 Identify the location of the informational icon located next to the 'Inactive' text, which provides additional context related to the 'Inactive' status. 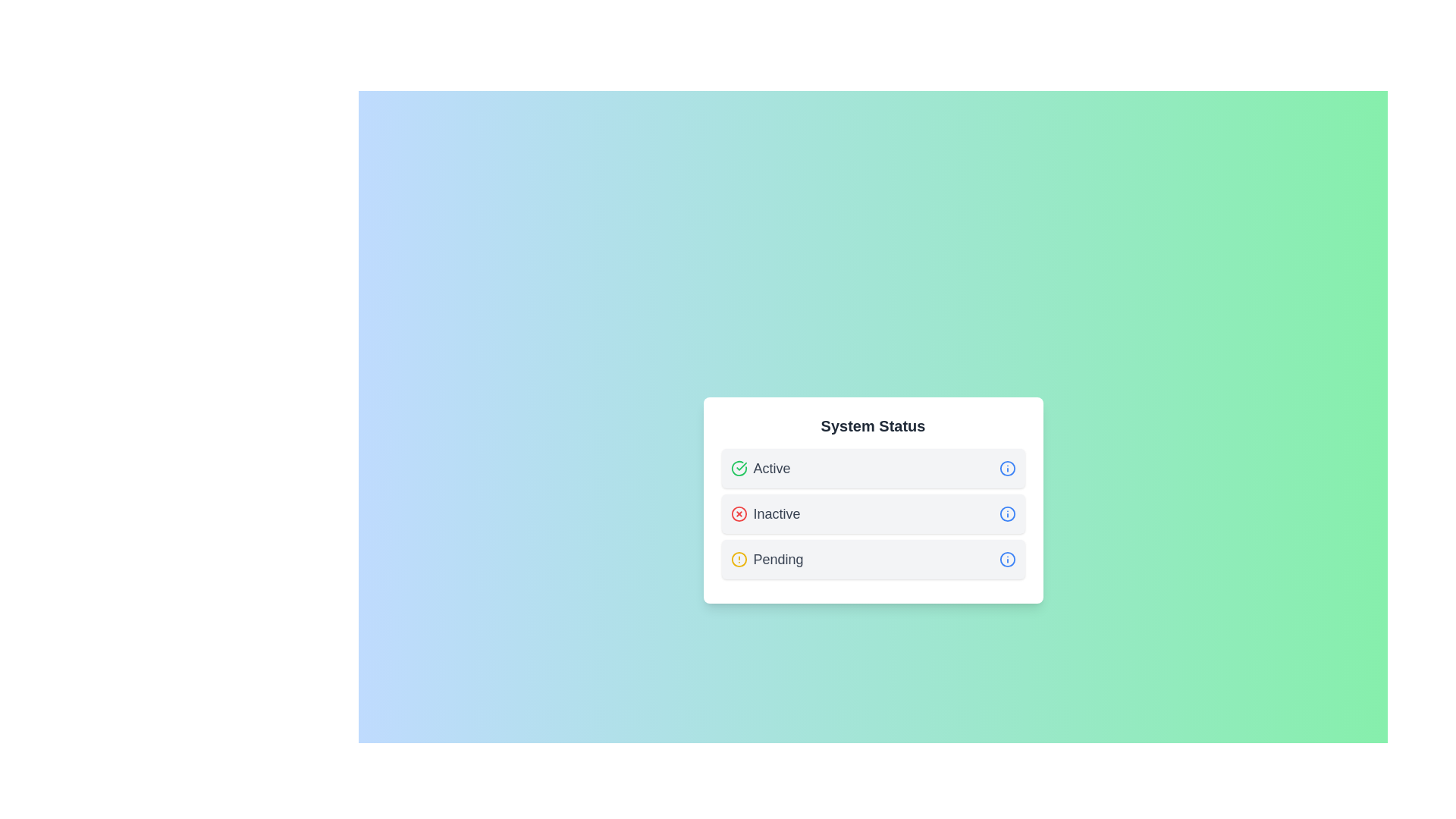
(1007, 513).